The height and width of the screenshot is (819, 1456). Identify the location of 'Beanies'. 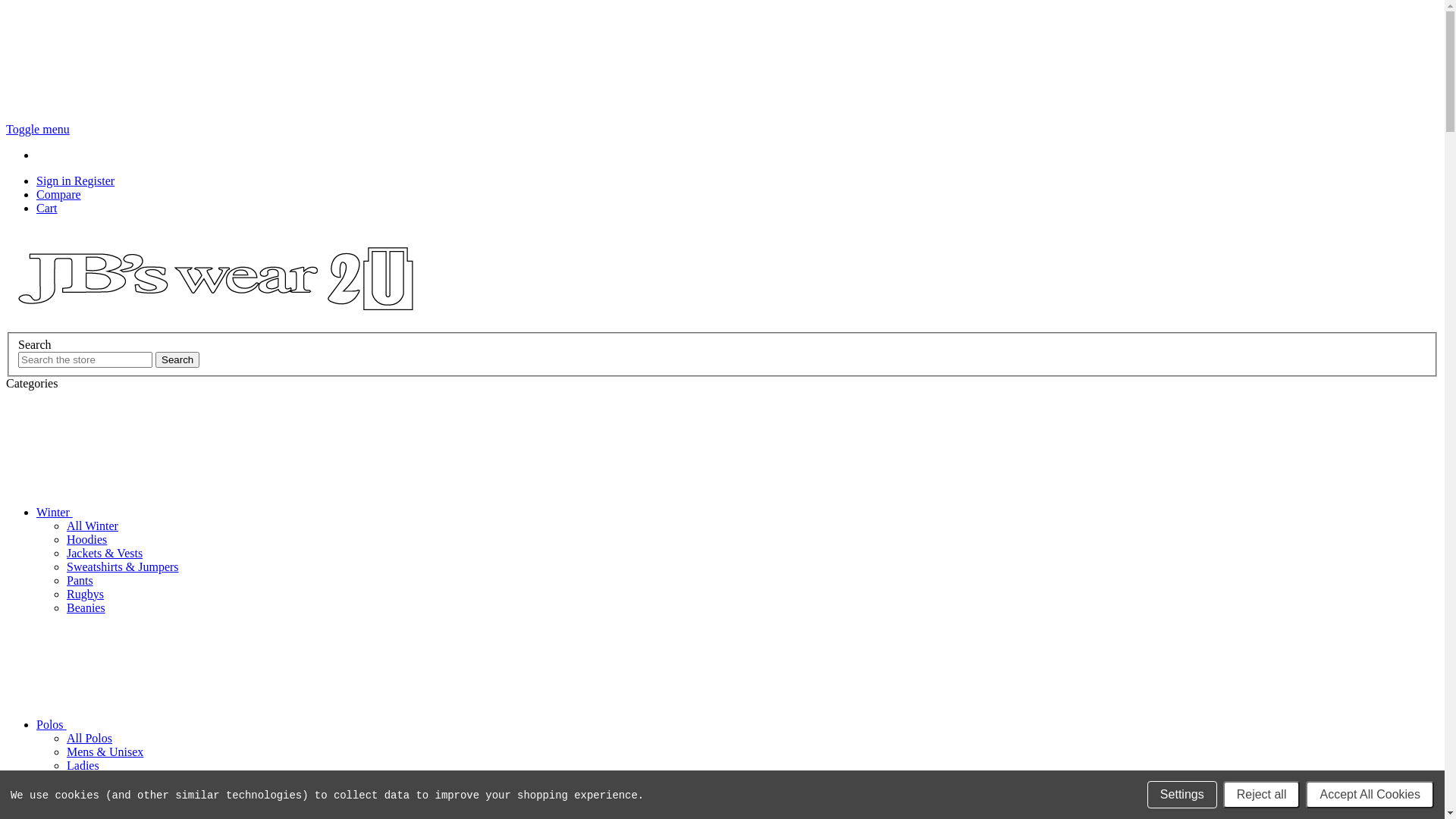
(65, 607).